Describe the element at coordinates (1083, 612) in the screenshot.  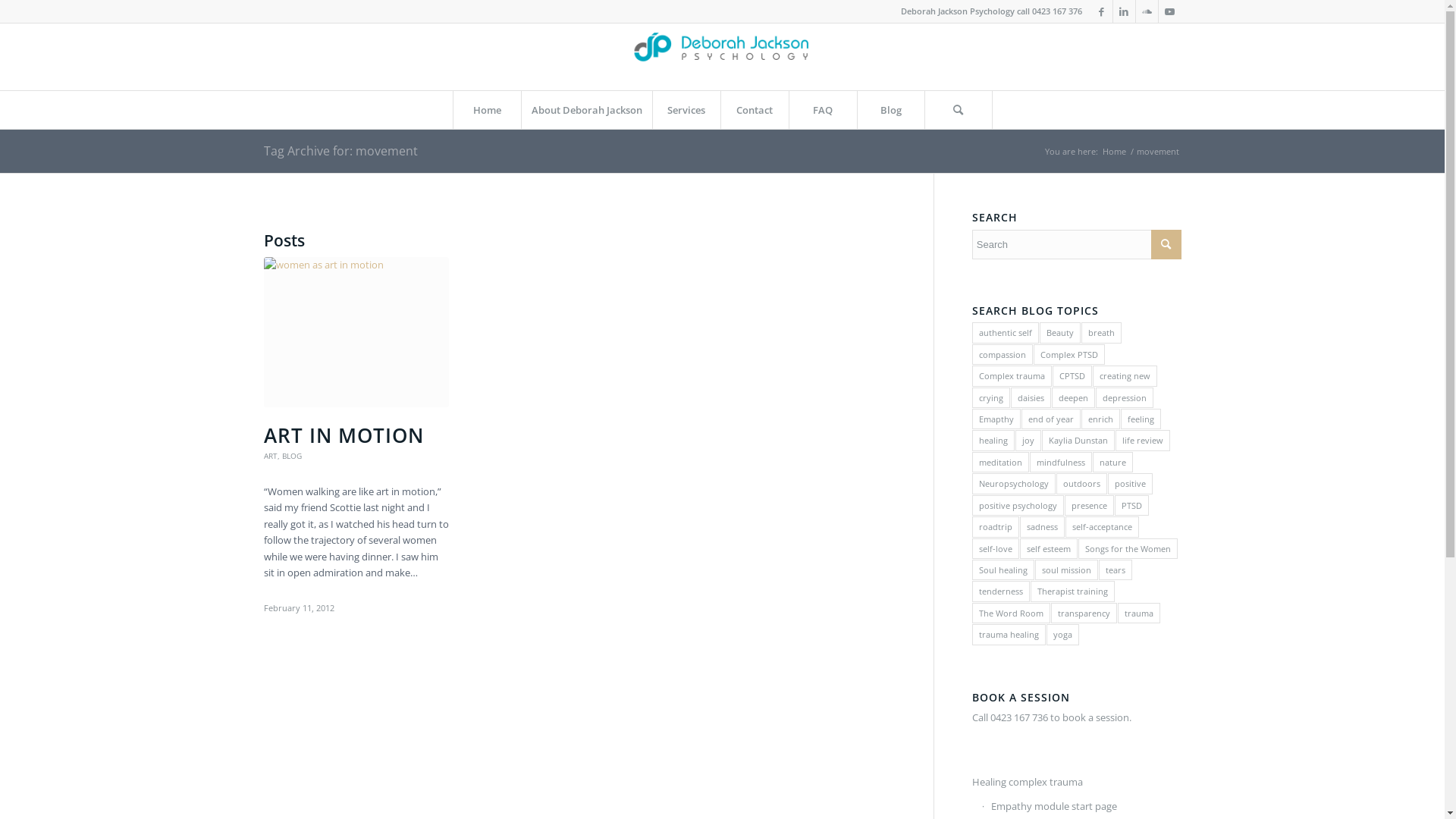
I see `'transparency'` at that location.